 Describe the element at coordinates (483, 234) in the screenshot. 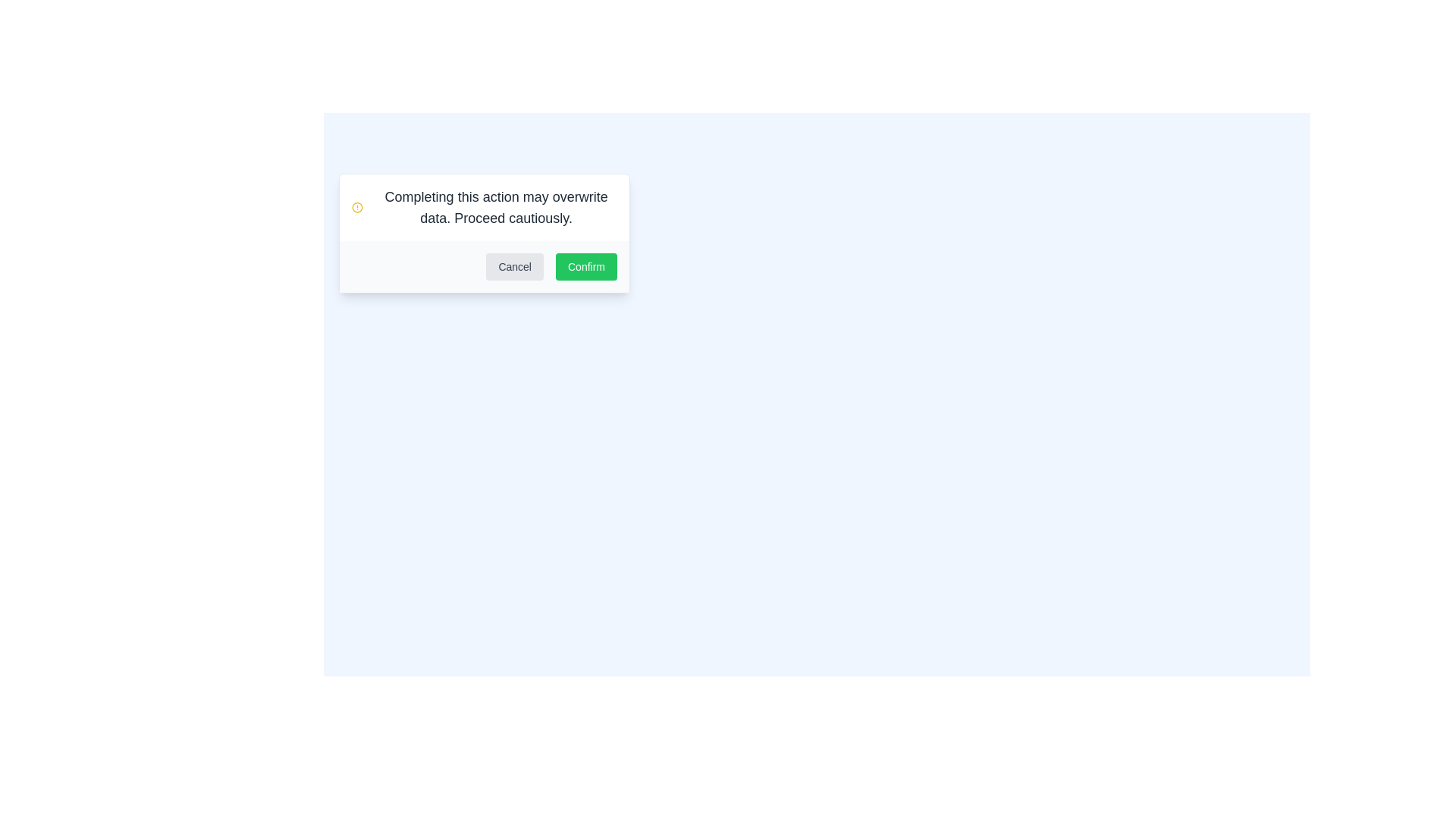

I see `the modal dialog box that displays a warning message with 'Cancel' and 'Confirm' buttons` at that location.